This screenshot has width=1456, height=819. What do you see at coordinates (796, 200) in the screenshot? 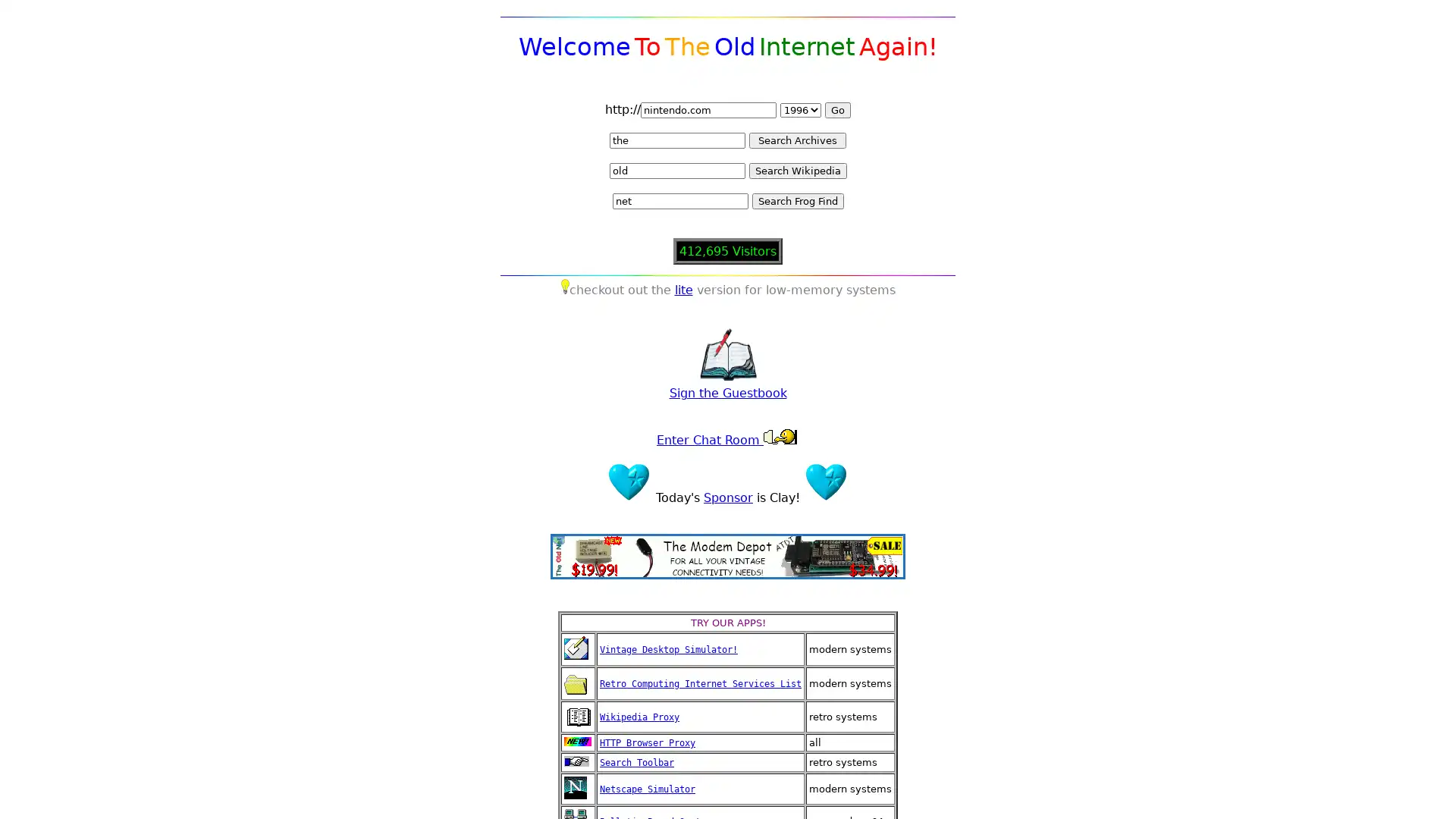
I see `Search Frog Find` at bounding box center [796, 200].